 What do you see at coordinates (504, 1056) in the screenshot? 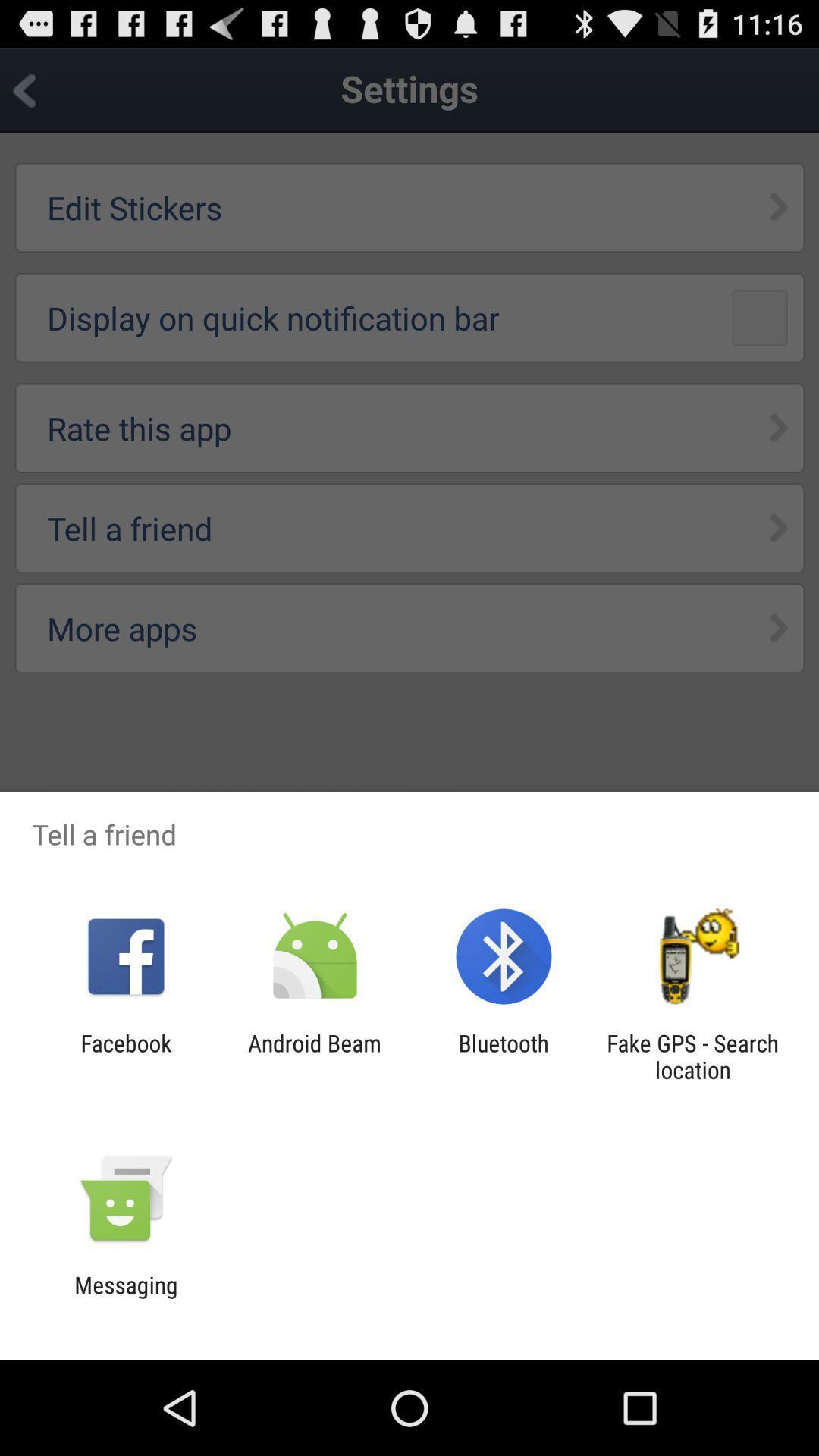
I see `the app next to the android beam app` at bounding box center [504, 1056].